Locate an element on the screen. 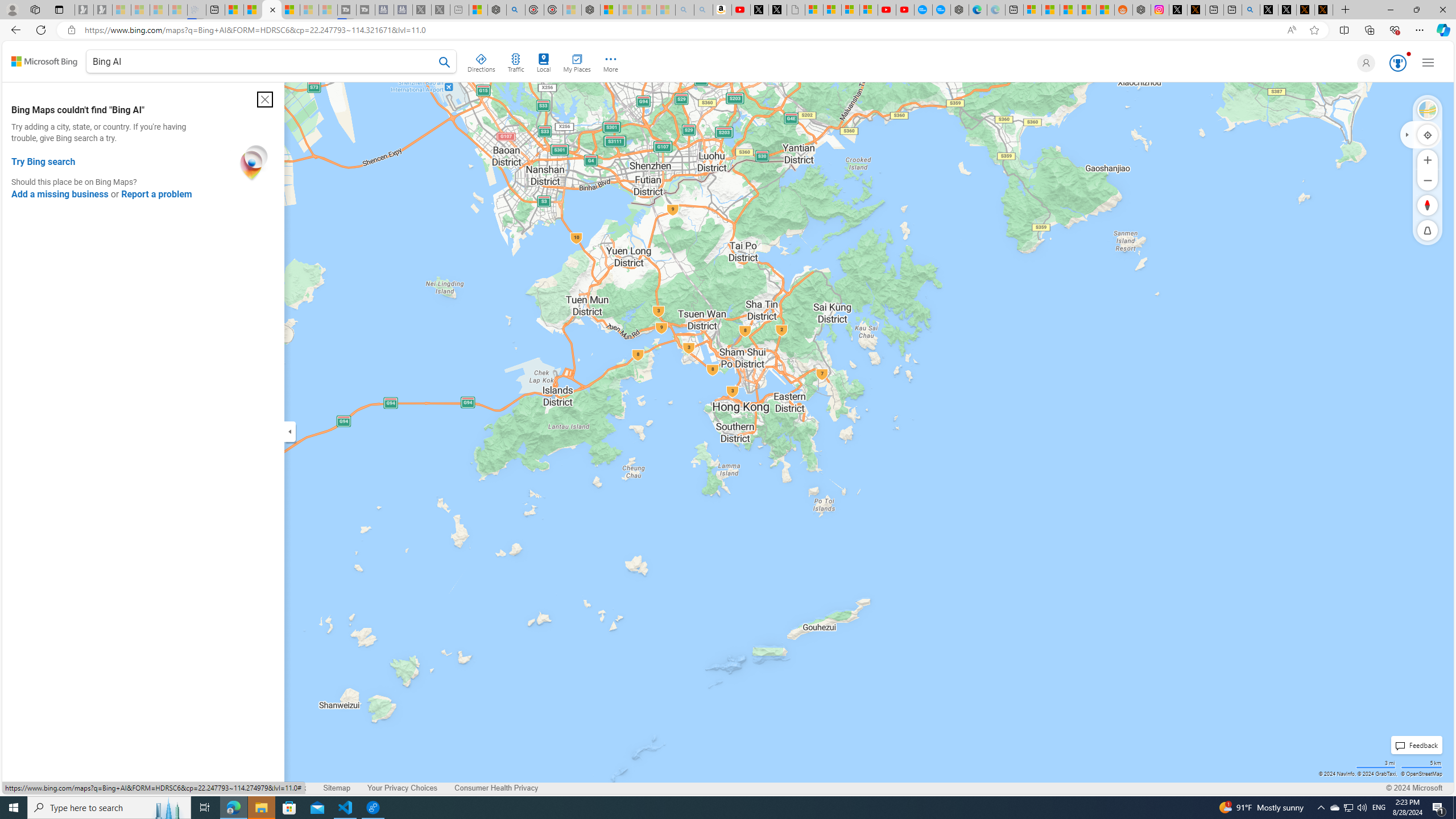  'Class: sbElement' is located at coordinates (44, 61).